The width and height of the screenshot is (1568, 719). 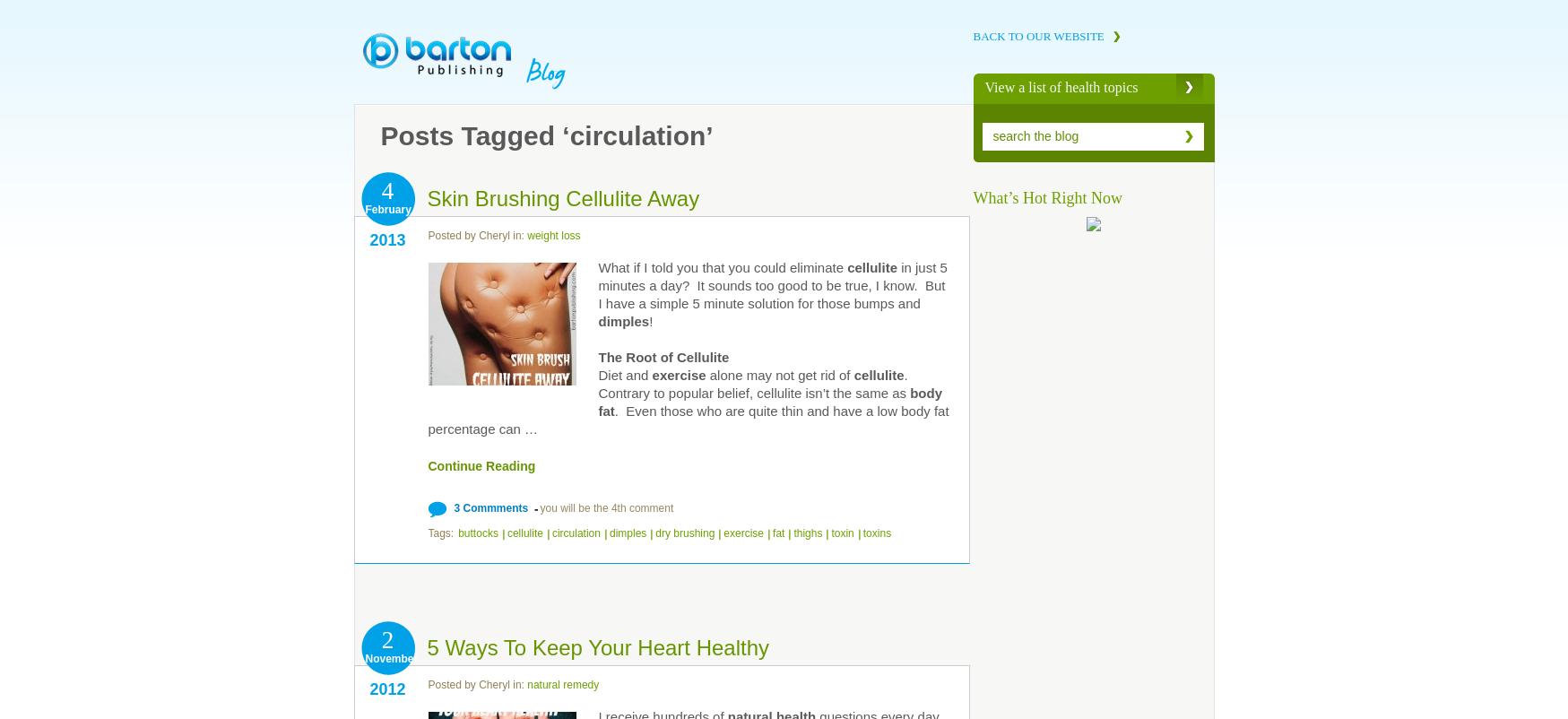 I want to click on 'November', so click(x=390, y=659).